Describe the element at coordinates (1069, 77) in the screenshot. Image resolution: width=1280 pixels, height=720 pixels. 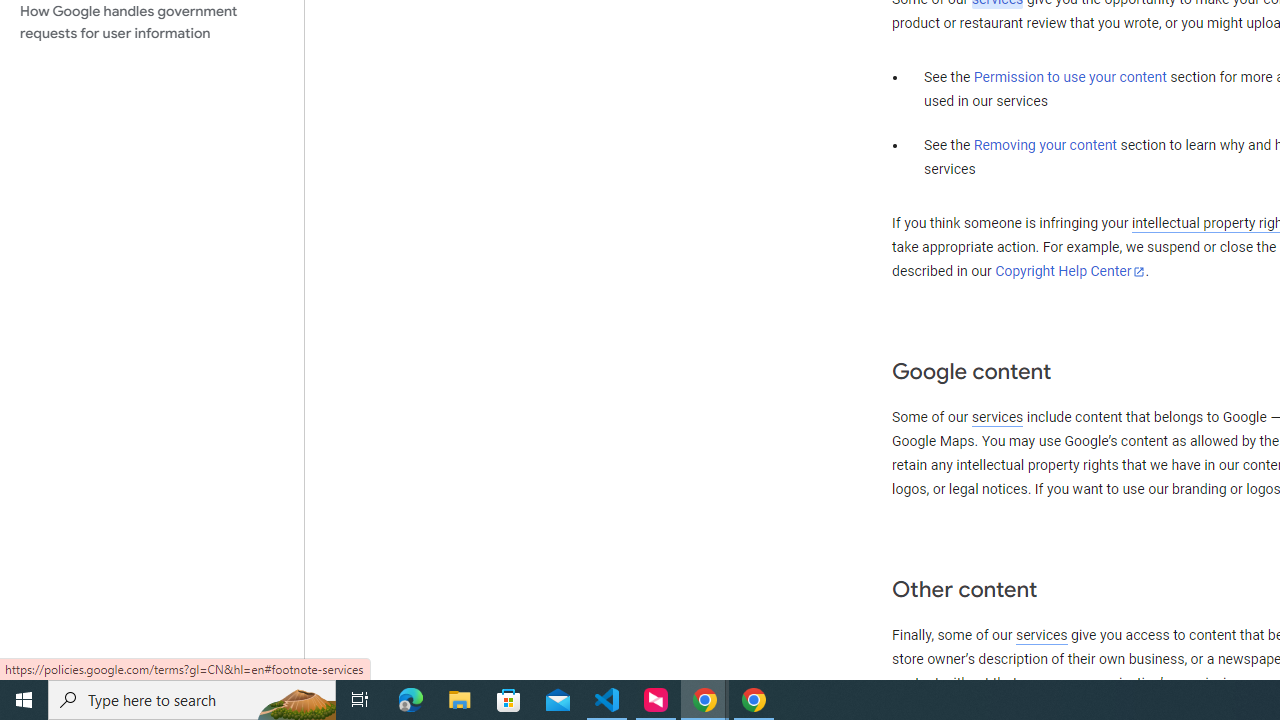
I see `'Permission to use your content'` at that location.